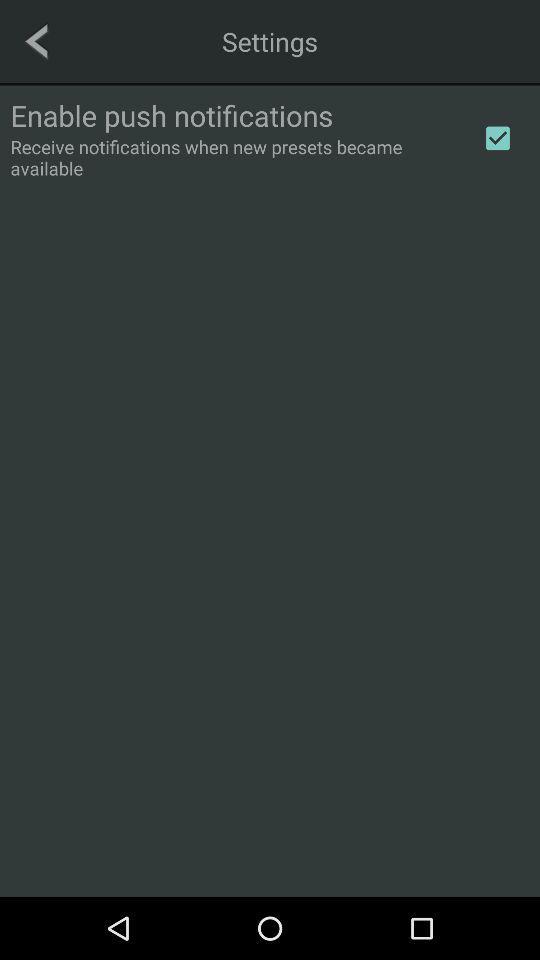  What do you see at coordinates (36, 40) in the screenshot?
I see `the arrow_backward icon` at bounding box center [36, 40].